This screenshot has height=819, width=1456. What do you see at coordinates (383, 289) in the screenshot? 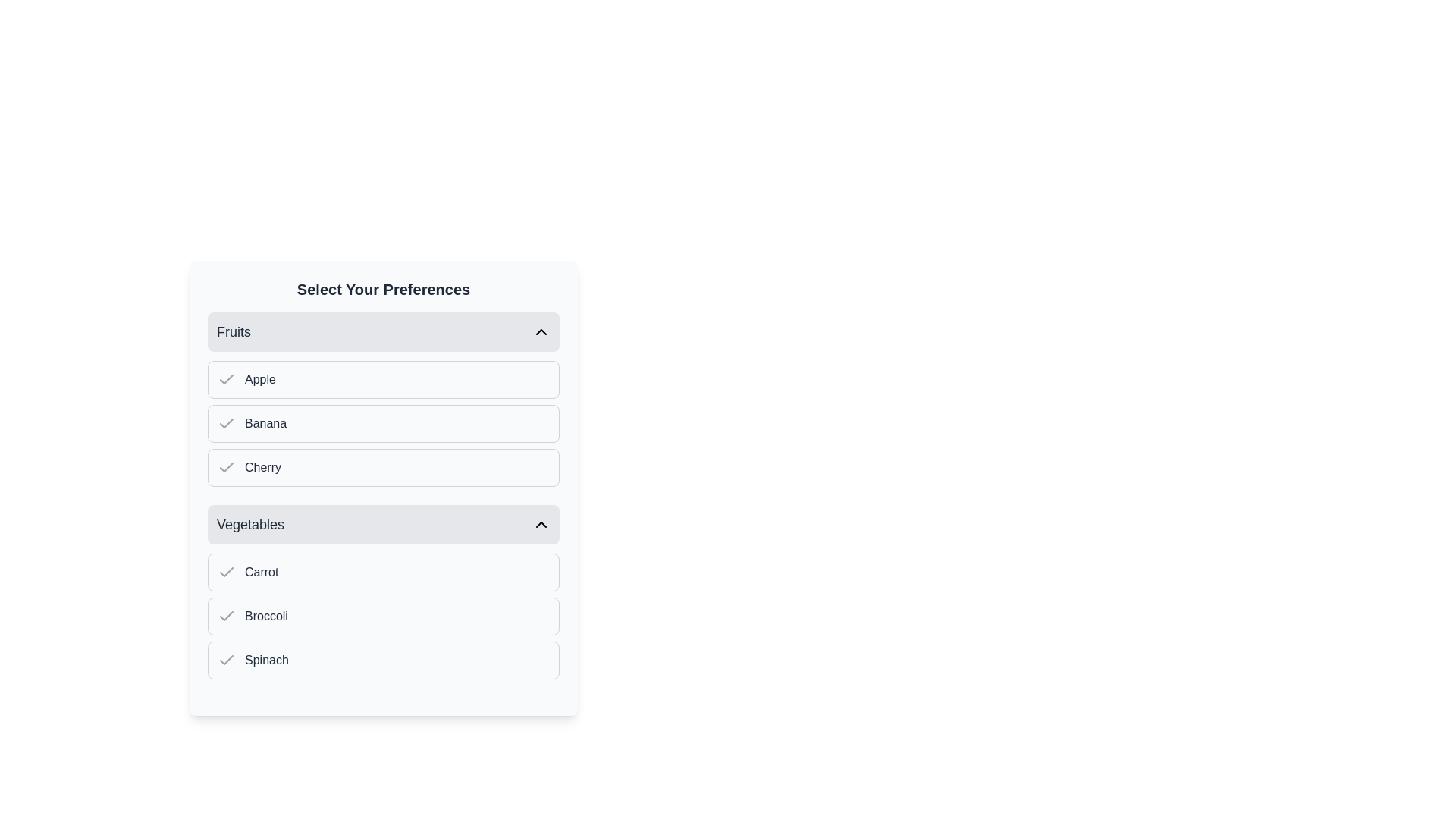
I see `the title or heading element located at the center-top of the interface, which serves as context for the subsequent content` at bounding box center [383, 289].